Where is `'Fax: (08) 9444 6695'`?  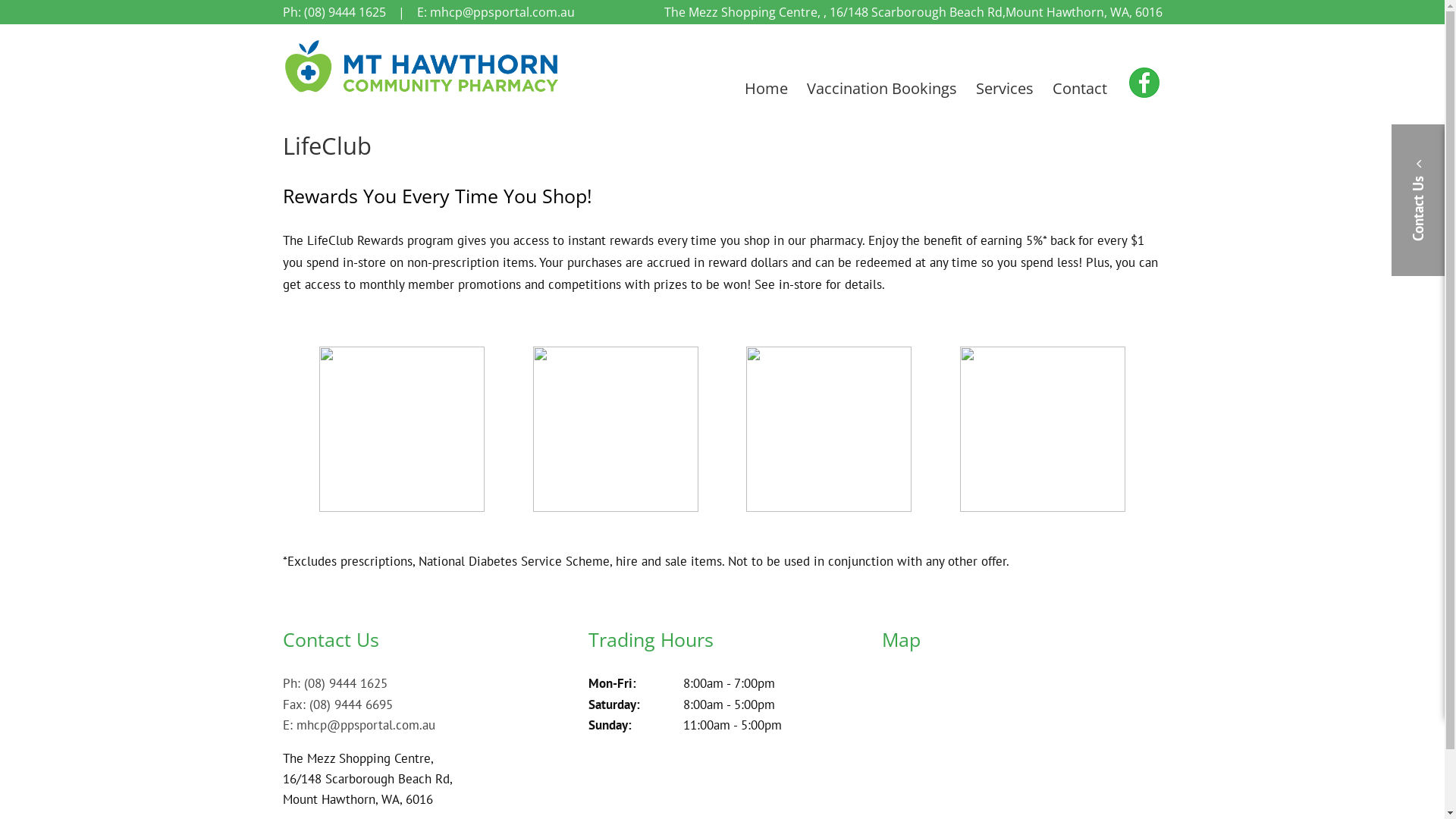
'Fax: (08) 9444 6695' is located at coordinates (336, 704).